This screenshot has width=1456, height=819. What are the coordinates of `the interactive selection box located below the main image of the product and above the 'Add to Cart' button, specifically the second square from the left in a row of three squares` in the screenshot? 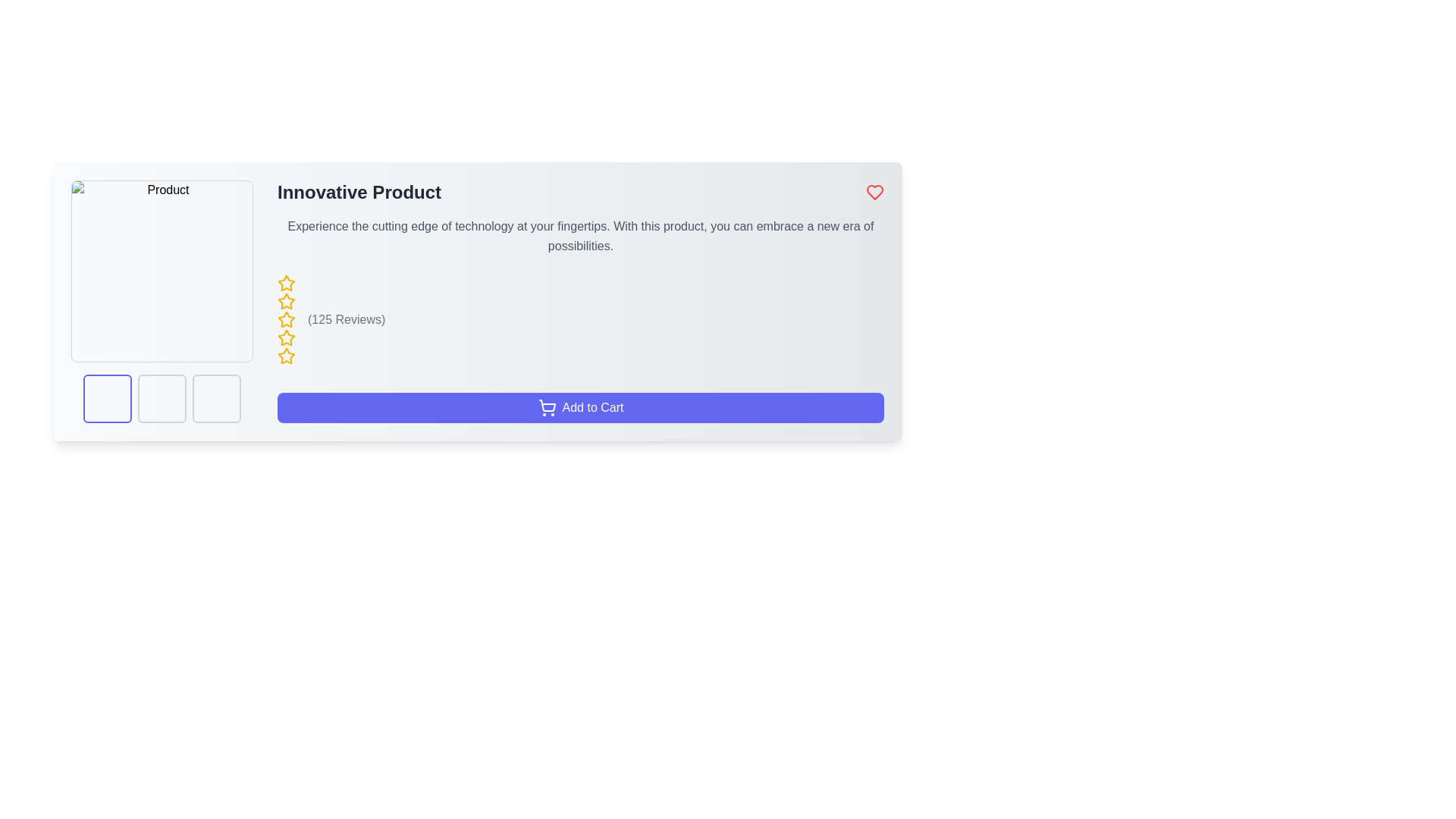 It's located at (162, 397).